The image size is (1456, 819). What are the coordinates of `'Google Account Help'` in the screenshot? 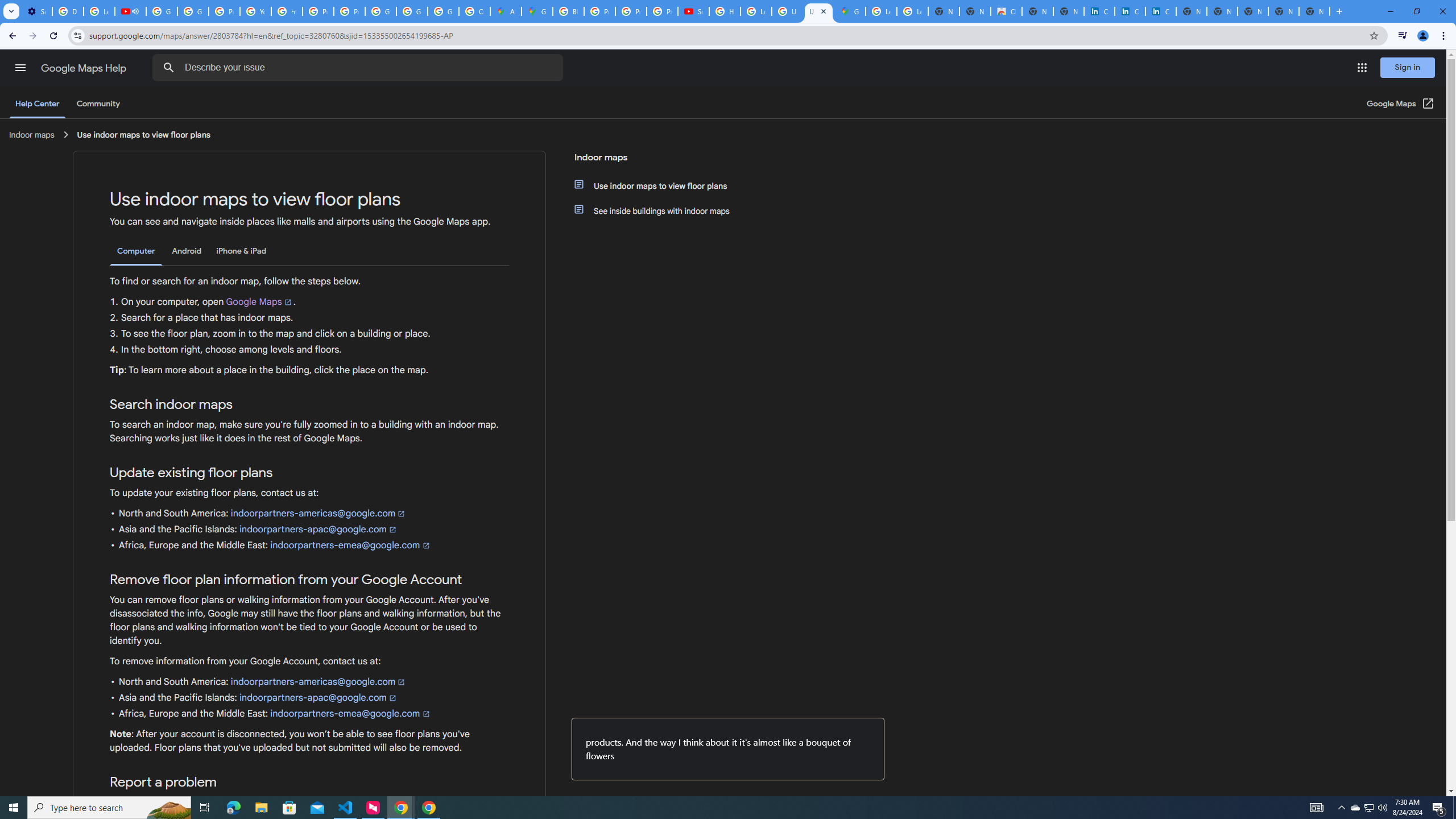 It's located at (162, 11).